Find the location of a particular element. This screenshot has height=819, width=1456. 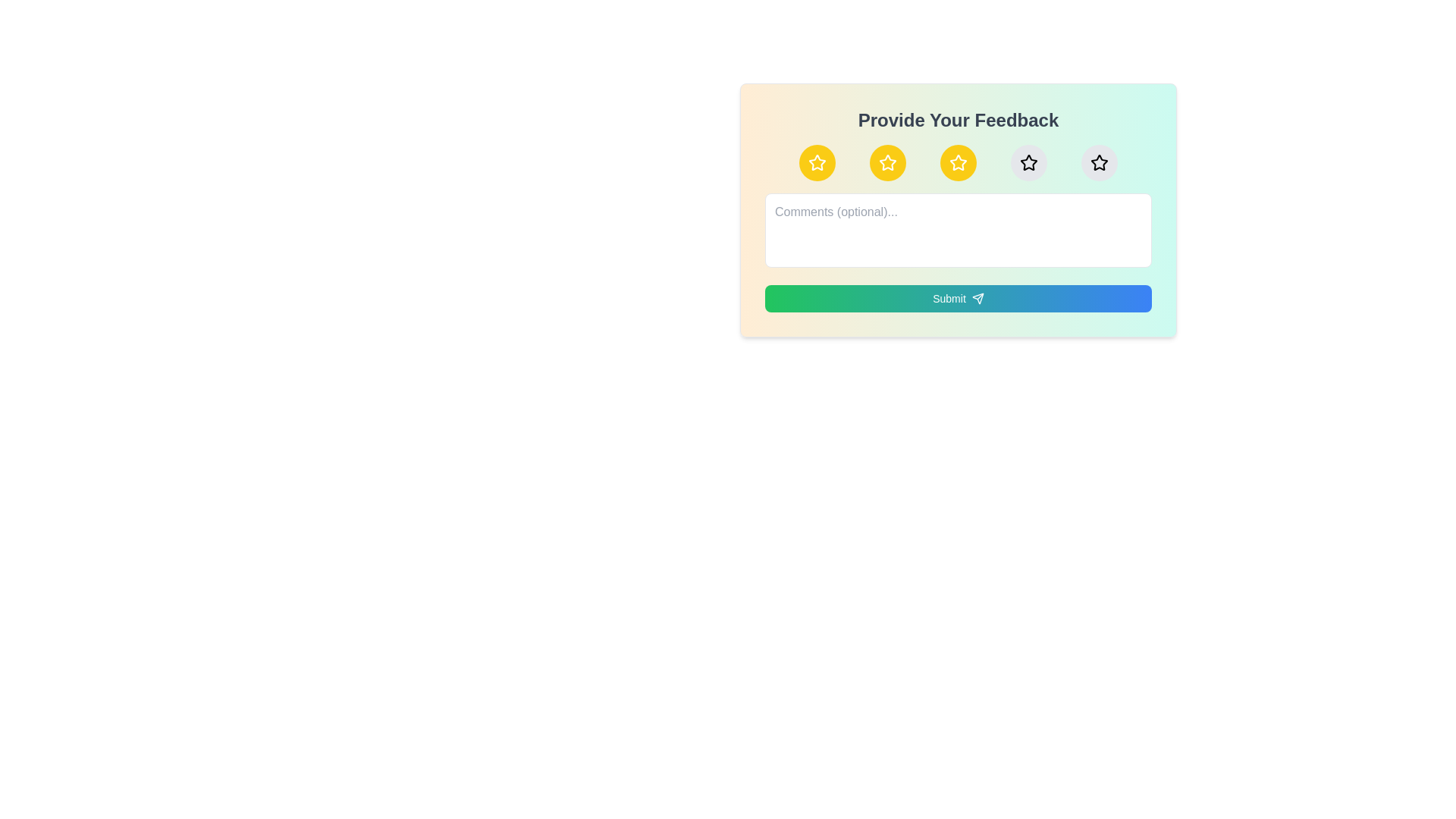

the star corresponding to the desired rating 5 is located at coordinates (1099, 163).